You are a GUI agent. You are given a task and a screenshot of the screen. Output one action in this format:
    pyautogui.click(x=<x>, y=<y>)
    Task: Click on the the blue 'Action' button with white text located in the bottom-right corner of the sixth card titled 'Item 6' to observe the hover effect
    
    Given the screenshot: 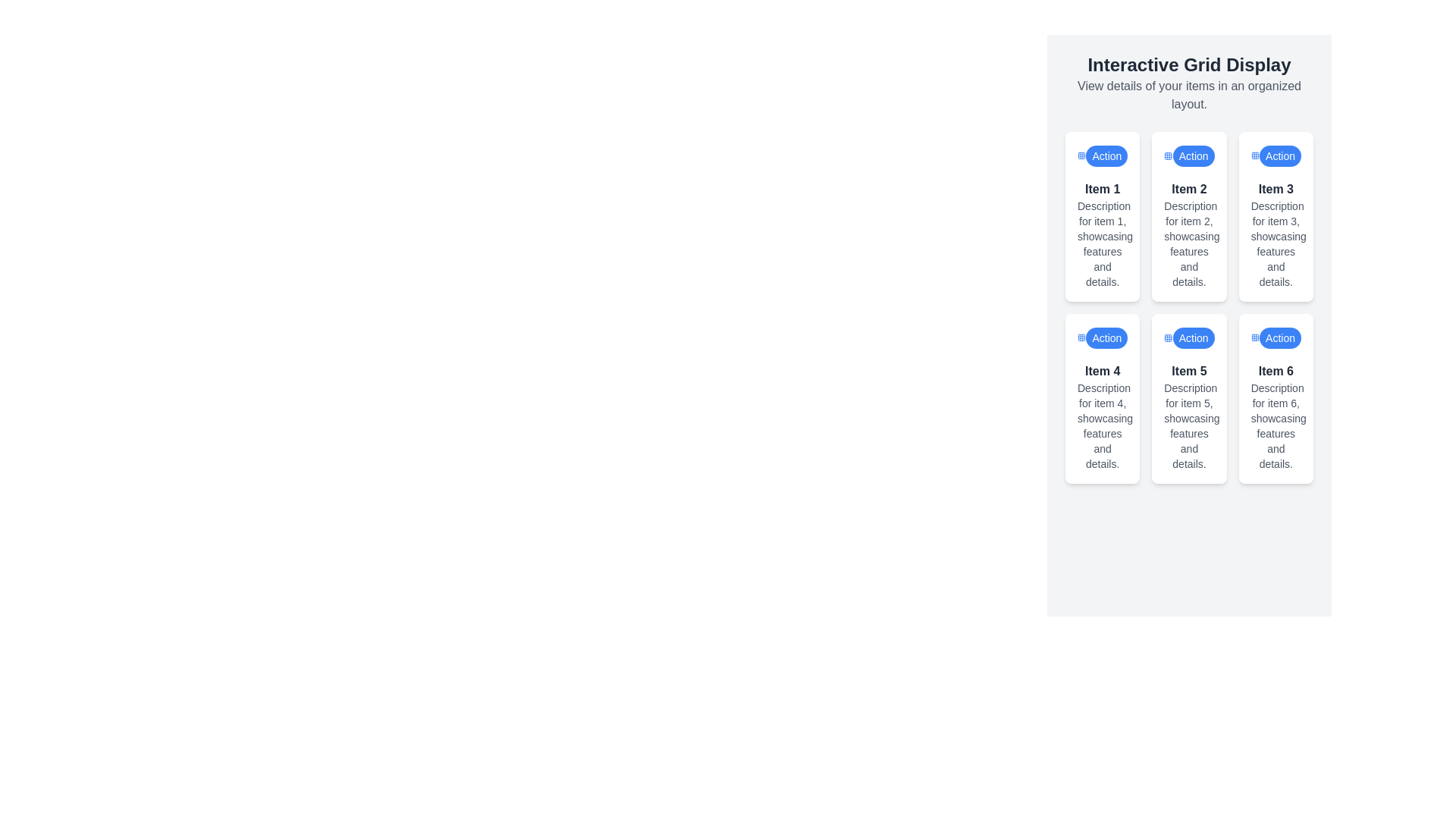 What is the action you would take?
    pyautogui.click(x=1279, y=337)
    